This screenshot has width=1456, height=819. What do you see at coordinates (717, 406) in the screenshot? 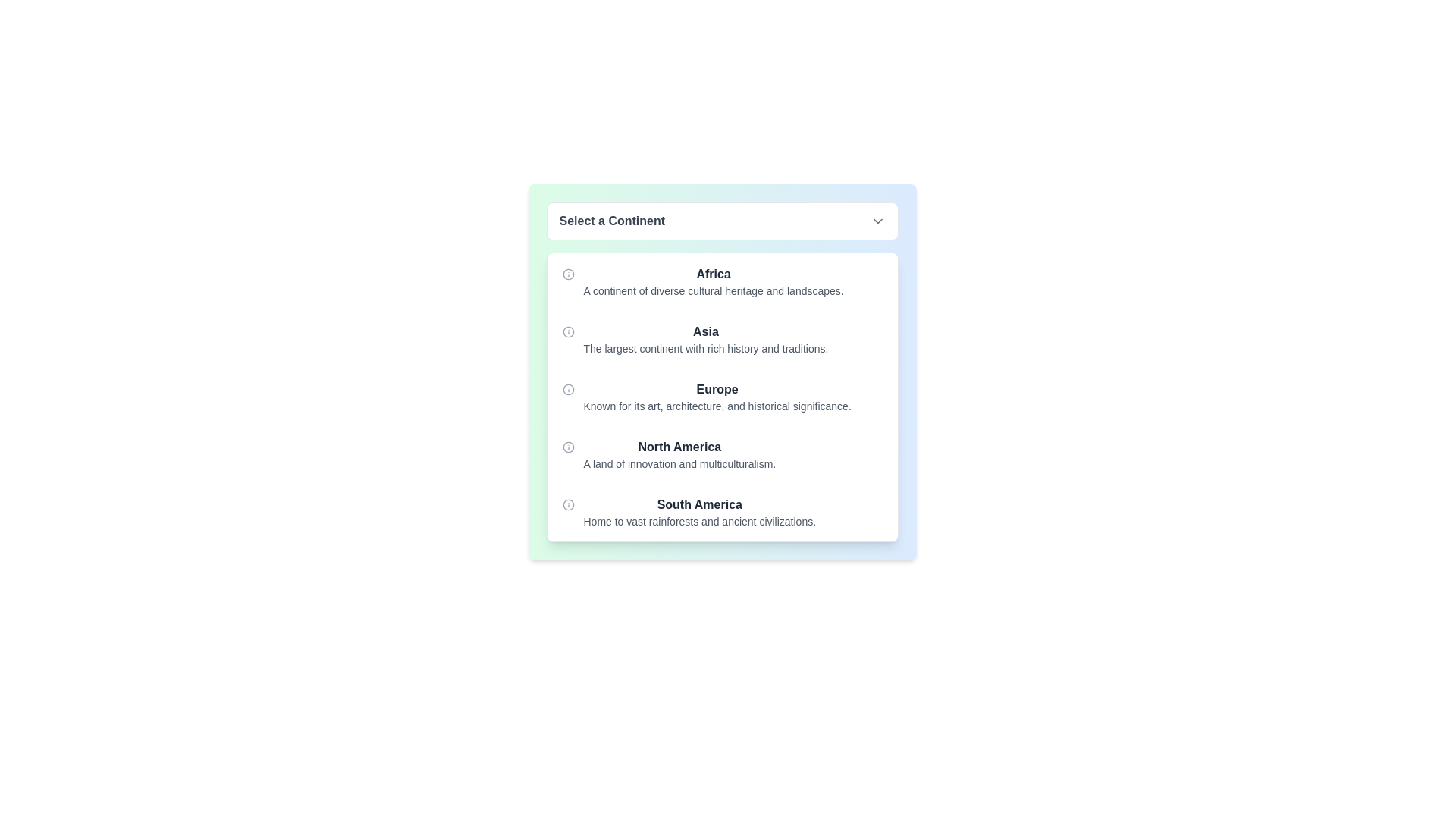
I see `the descriptive text element providing additional information about the continent 'Europe', located beneath the title 'Europe' within a list of selectable continents` at bounding box center [717, 406].